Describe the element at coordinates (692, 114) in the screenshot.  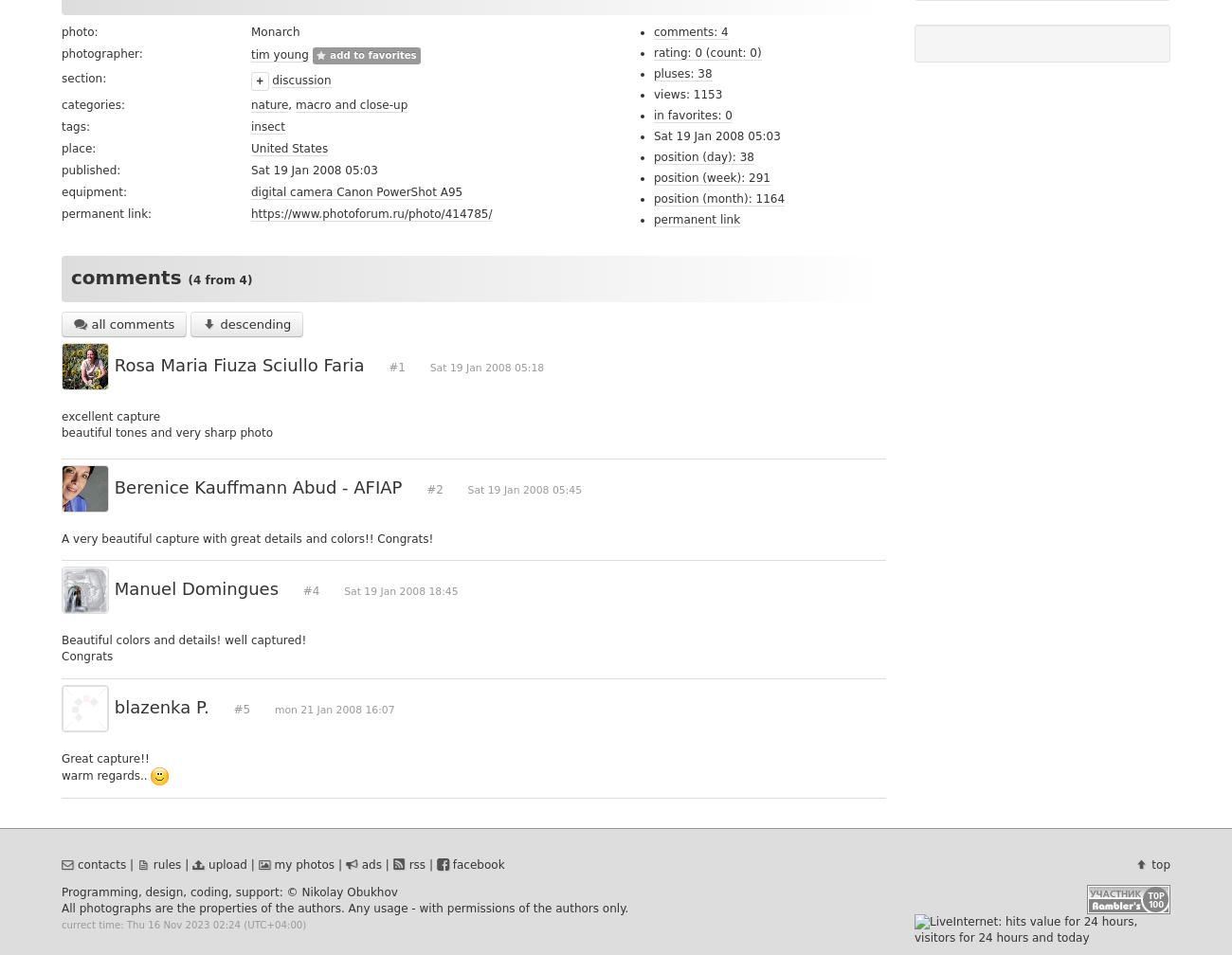
I see `'in favorites: 0'` at that location.